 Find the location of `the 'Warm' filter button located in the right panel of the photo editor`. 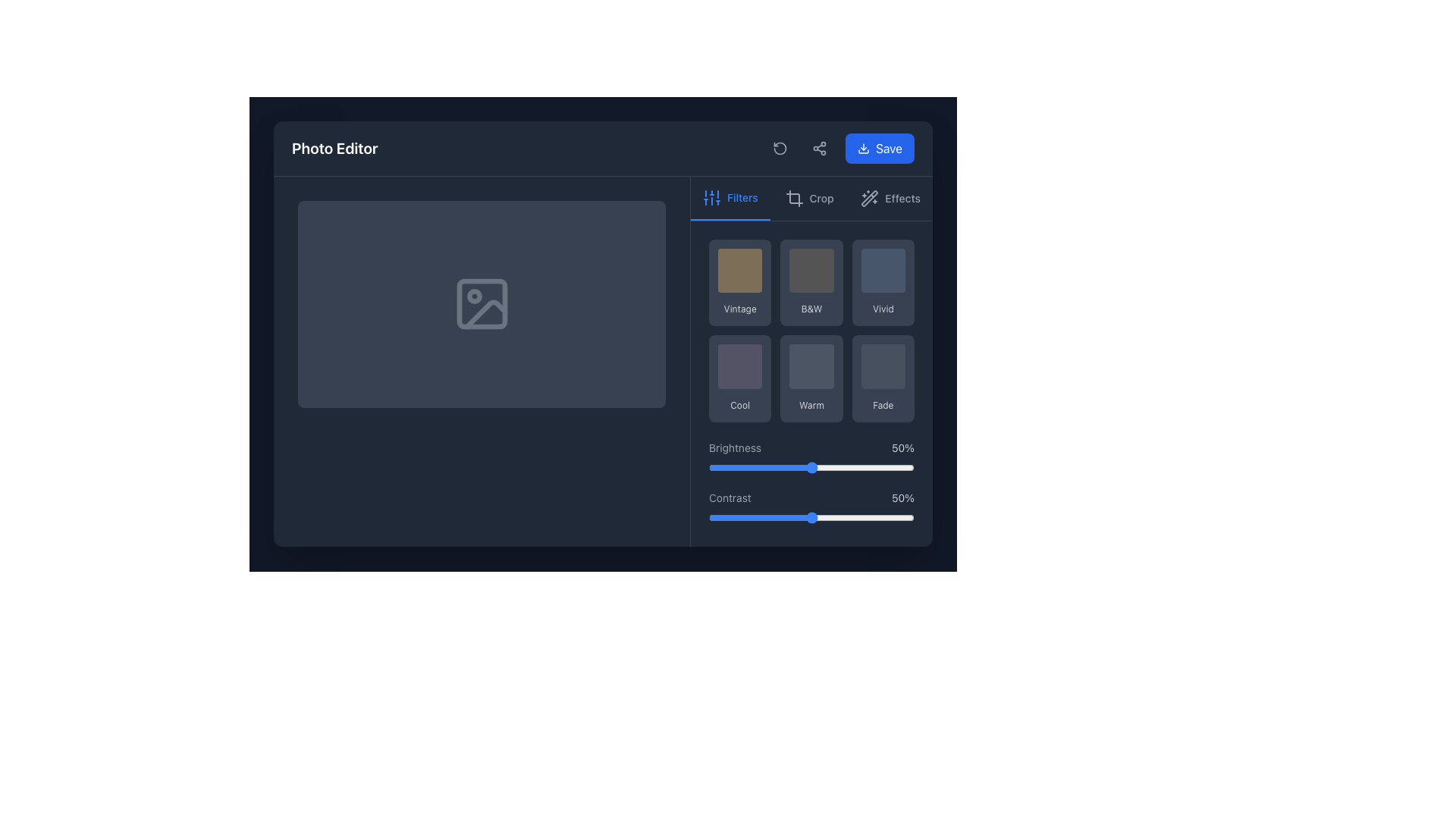

the 'Warm' filter button located in the right panel of the photo editor is located at coordinates (811, 360).